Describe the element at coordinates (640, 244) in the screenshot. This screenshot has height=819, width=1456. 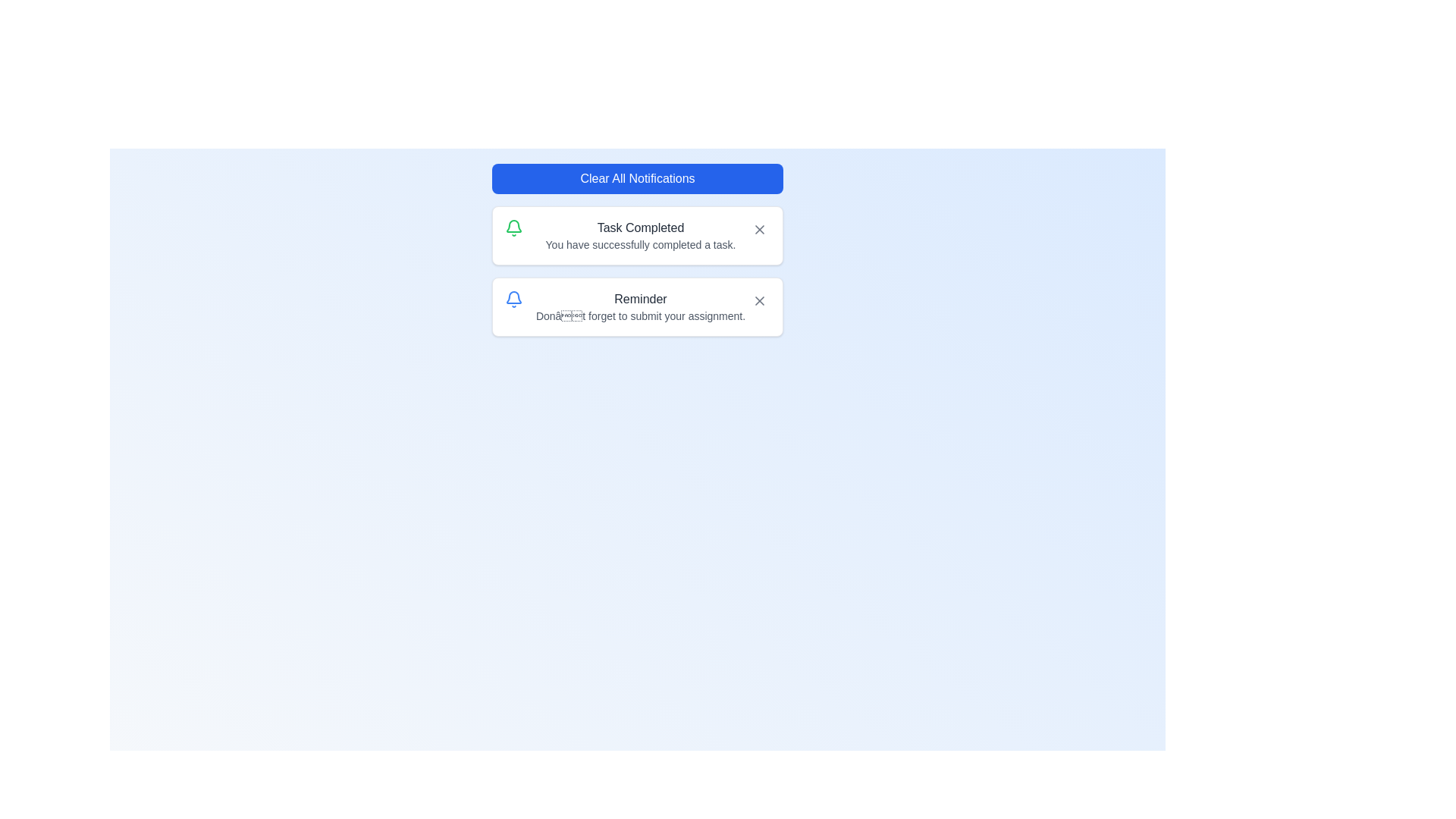
I see `the static text element that confirms the successful completion of a task, located below 'Task Completed' in the notification component` at that location.